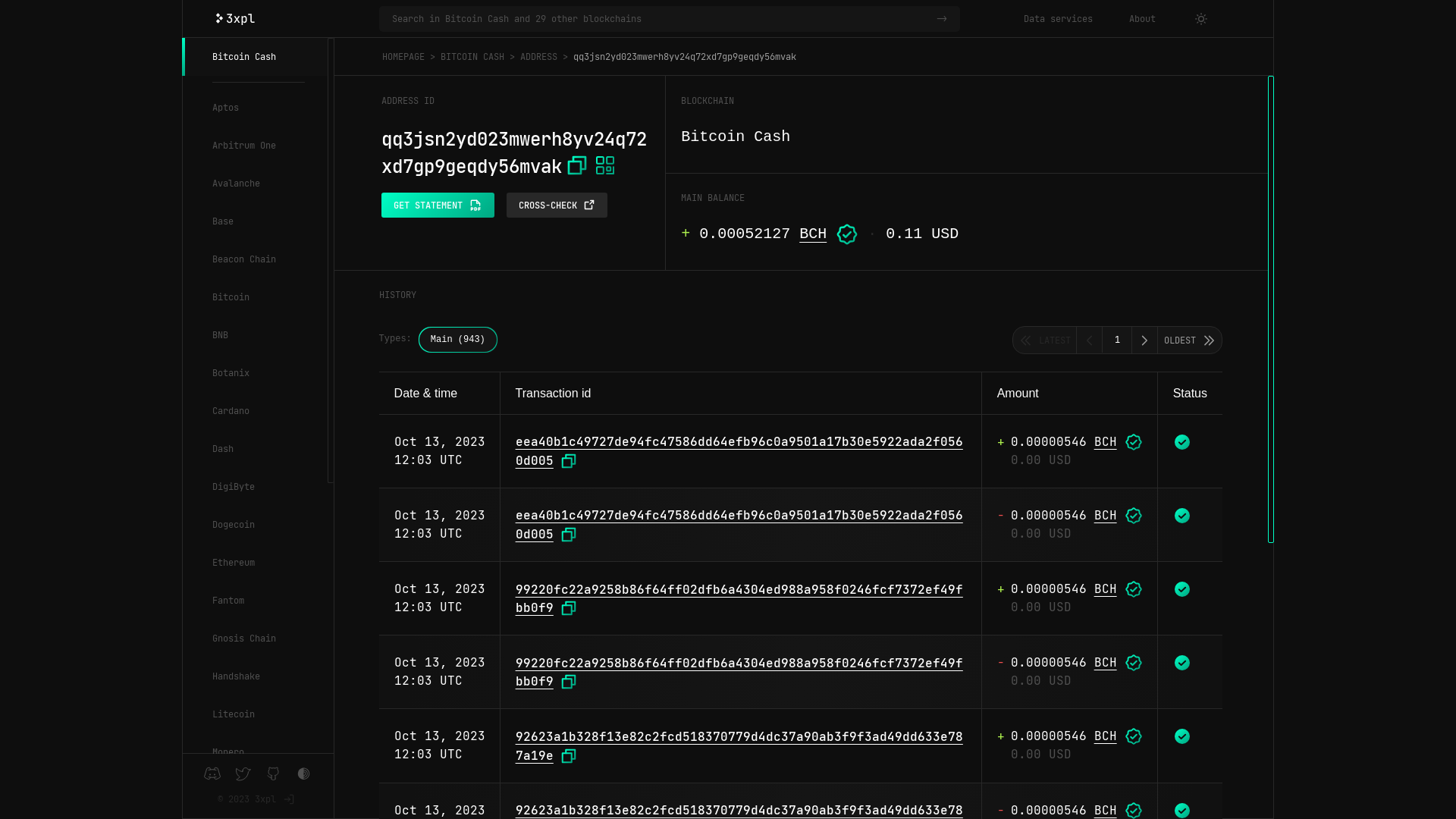  Describe the element at coordinates (944, 18) in the screenshot. I see `'->'` at that location.